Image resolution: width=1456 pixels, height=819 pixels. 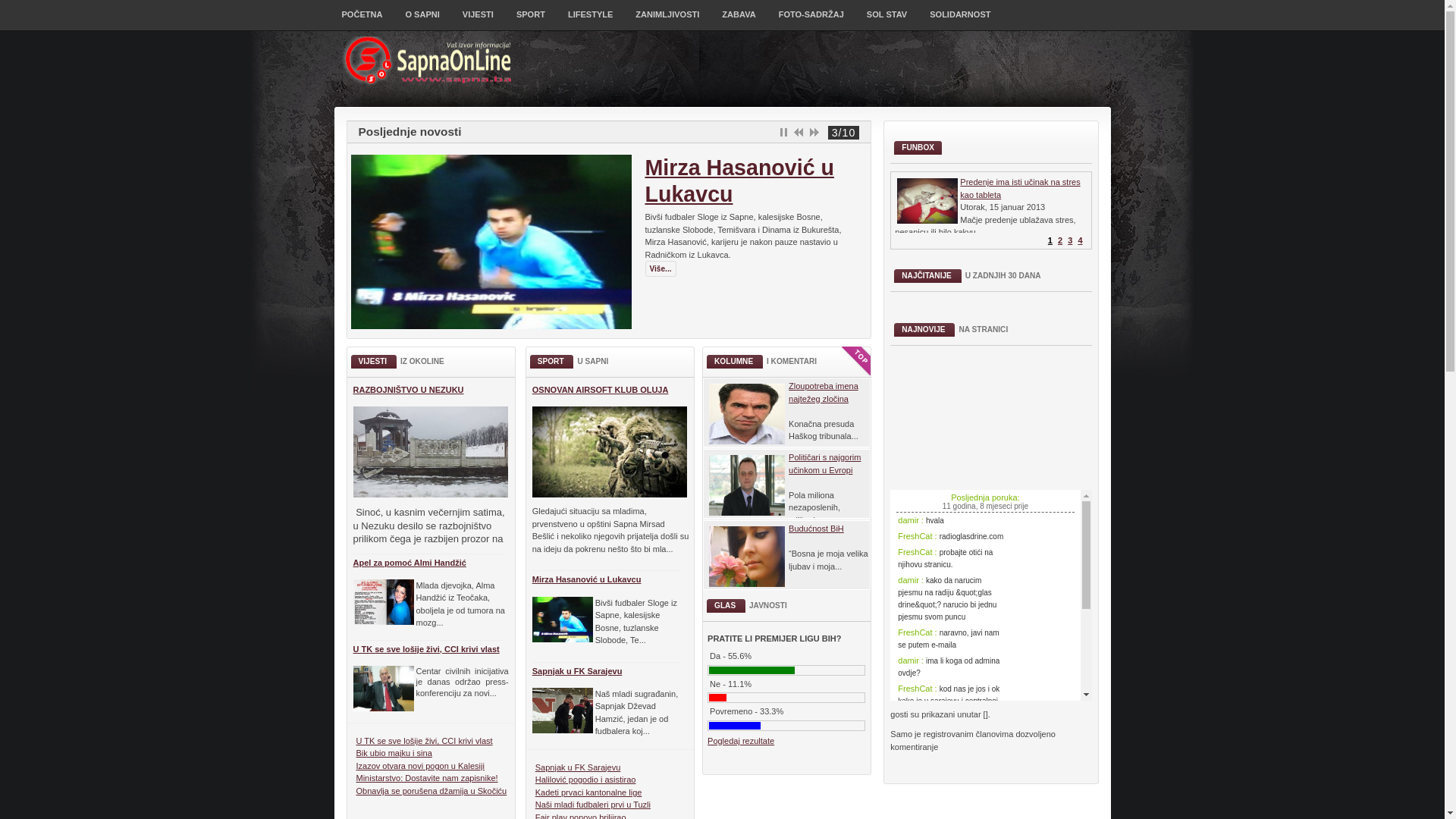 I want to click on 'SapnaOnLine', so click(x=340, y=59).